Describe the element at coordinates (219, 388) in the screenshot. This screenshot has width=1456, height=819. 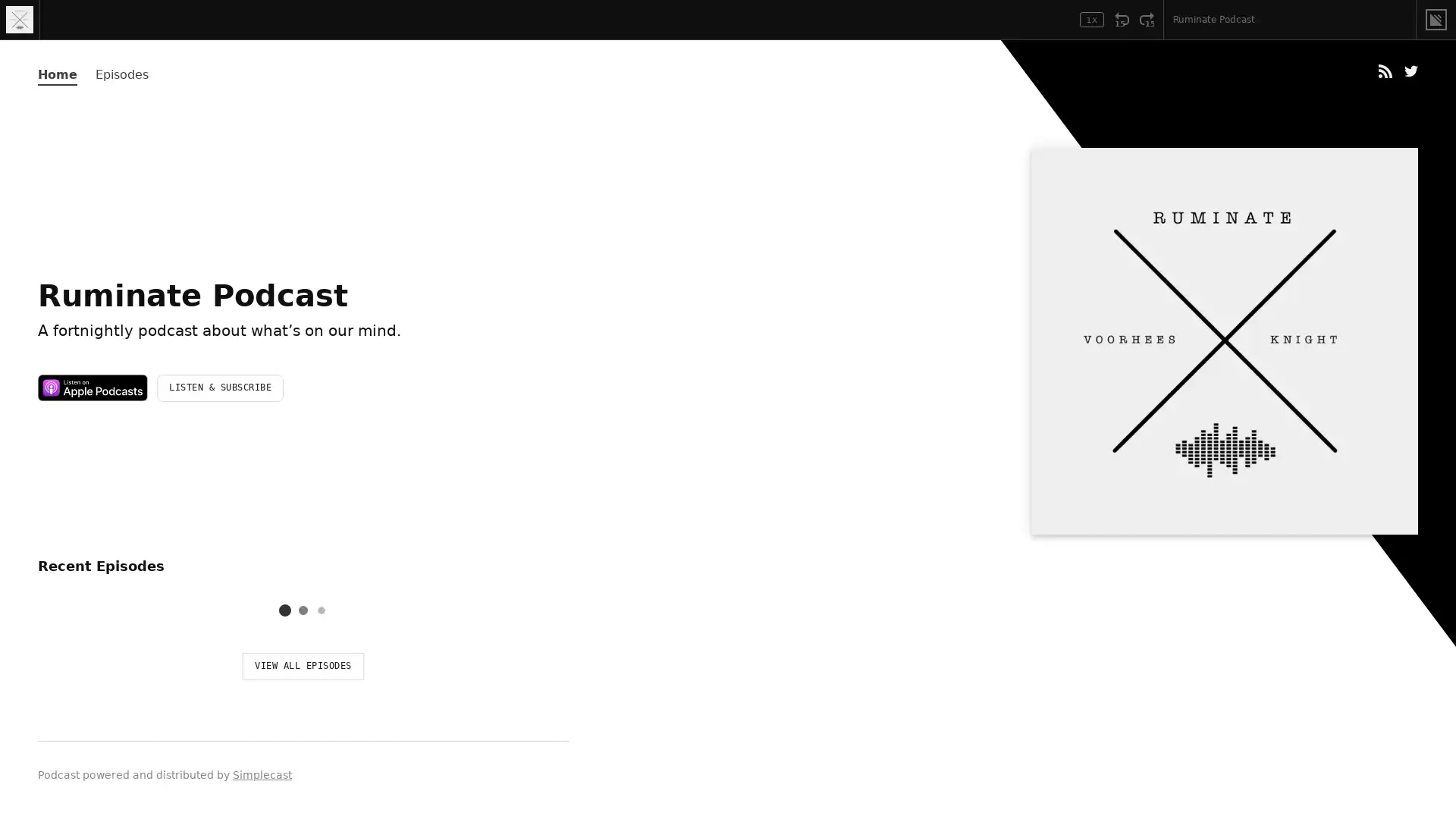
I see `LISTEN & SUBSCRIBE` at that location.